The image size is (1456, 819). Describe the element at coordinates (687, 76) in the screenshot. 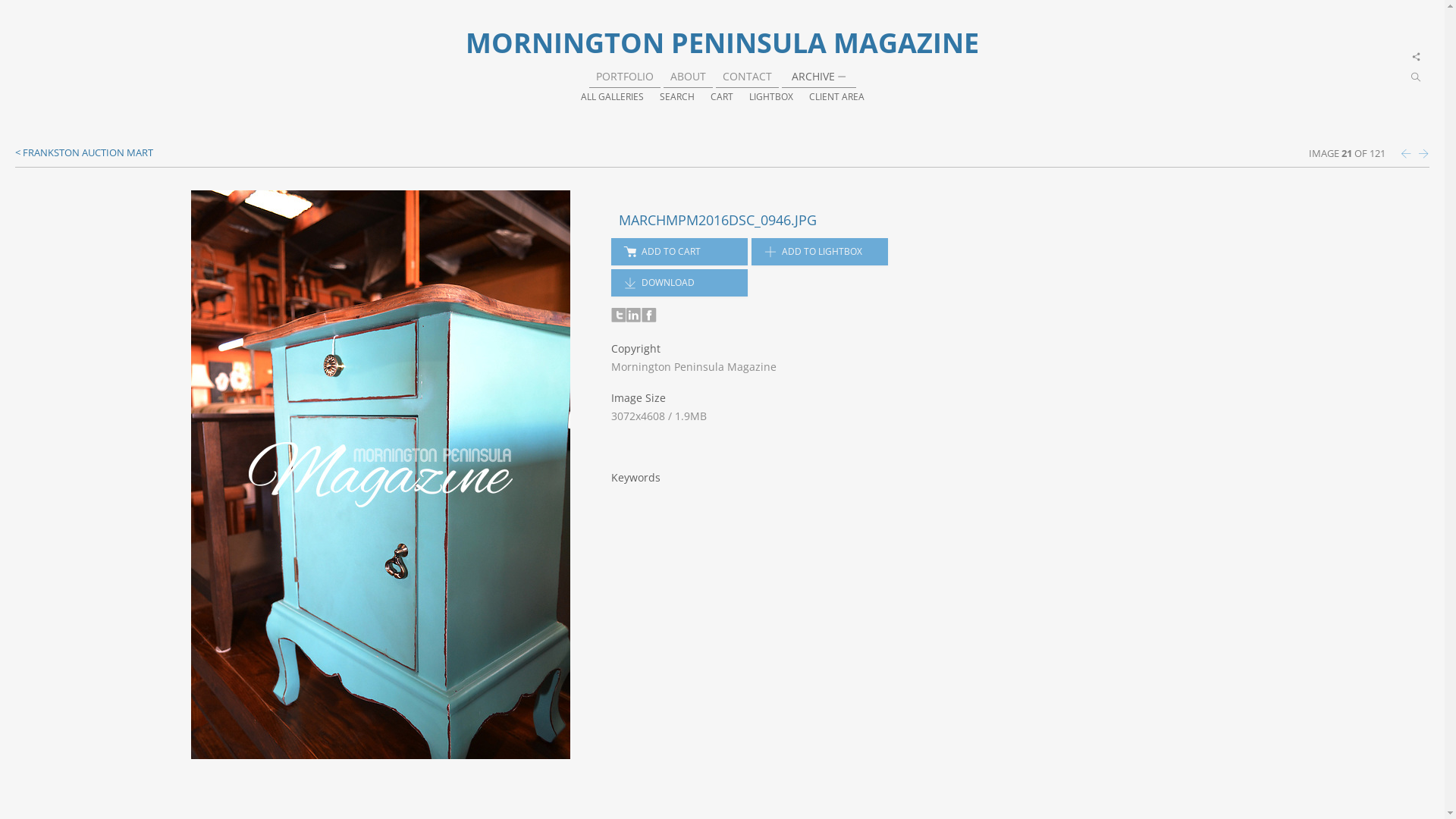

I see `'ABOUT'` at that location.